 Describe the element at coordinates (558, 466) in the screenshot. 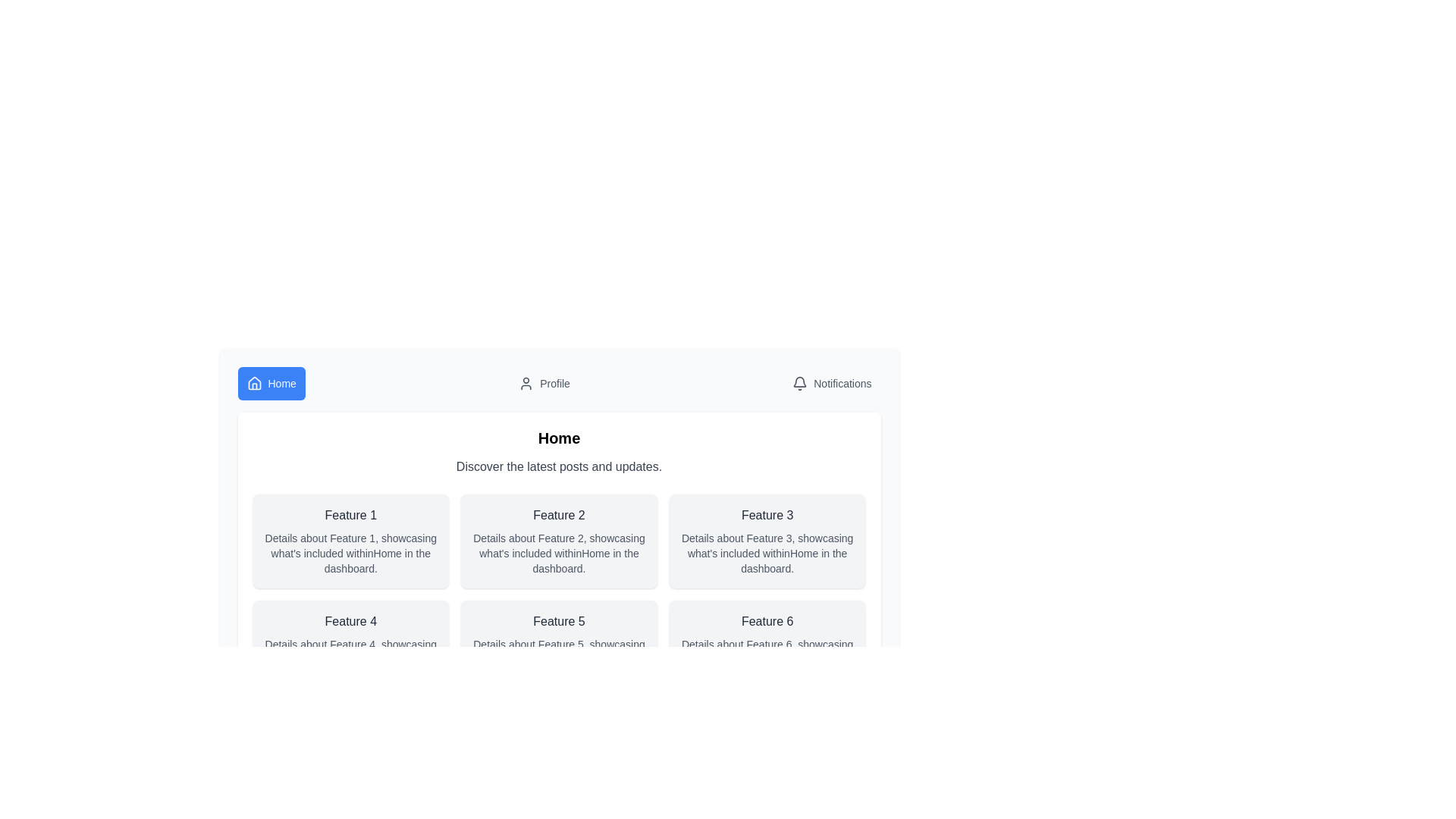

I see `the introductory Text Label located below the 'Home' header, which provides context for the section` at that location.